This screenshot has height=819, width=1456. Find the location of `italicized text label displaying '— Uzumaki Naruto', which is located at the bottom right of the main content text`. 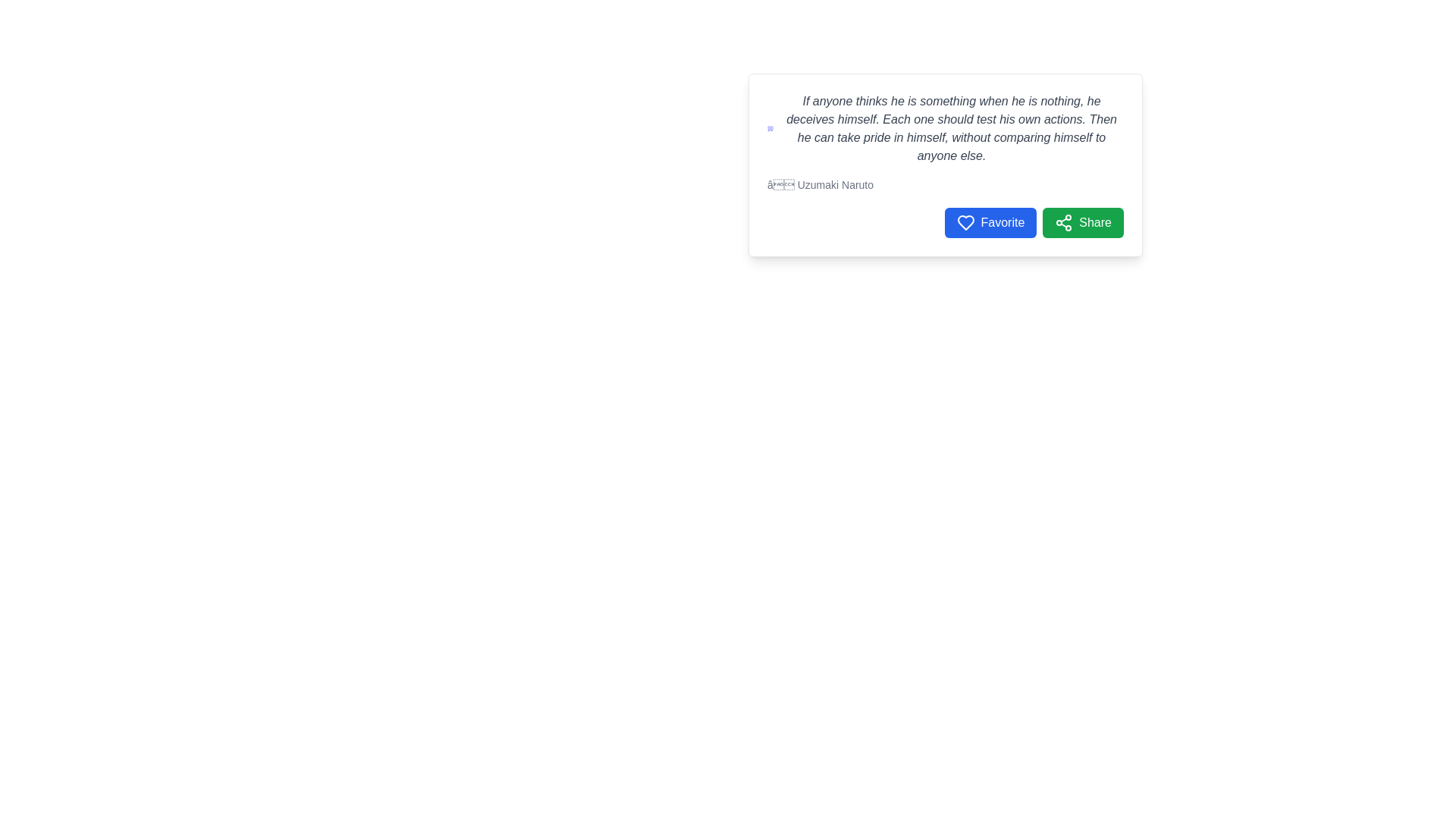

italicized text label displaying '— Uzumaki Naruto', which is located at the bottom right of the main content text is located at coordinates (820, 184).